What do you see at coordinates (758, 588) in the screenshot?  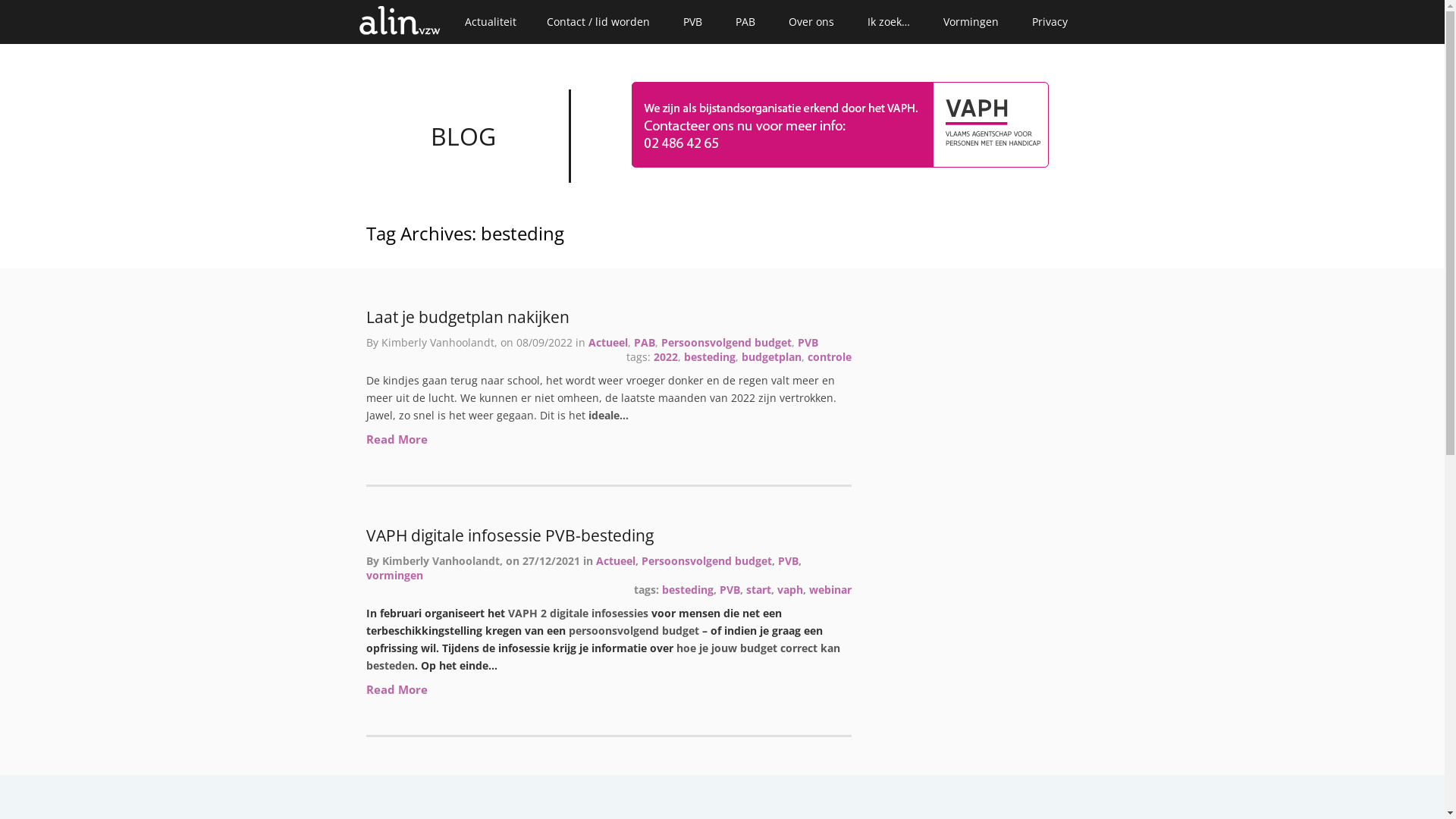 I see `'start'` at bounding box center [758, 588].